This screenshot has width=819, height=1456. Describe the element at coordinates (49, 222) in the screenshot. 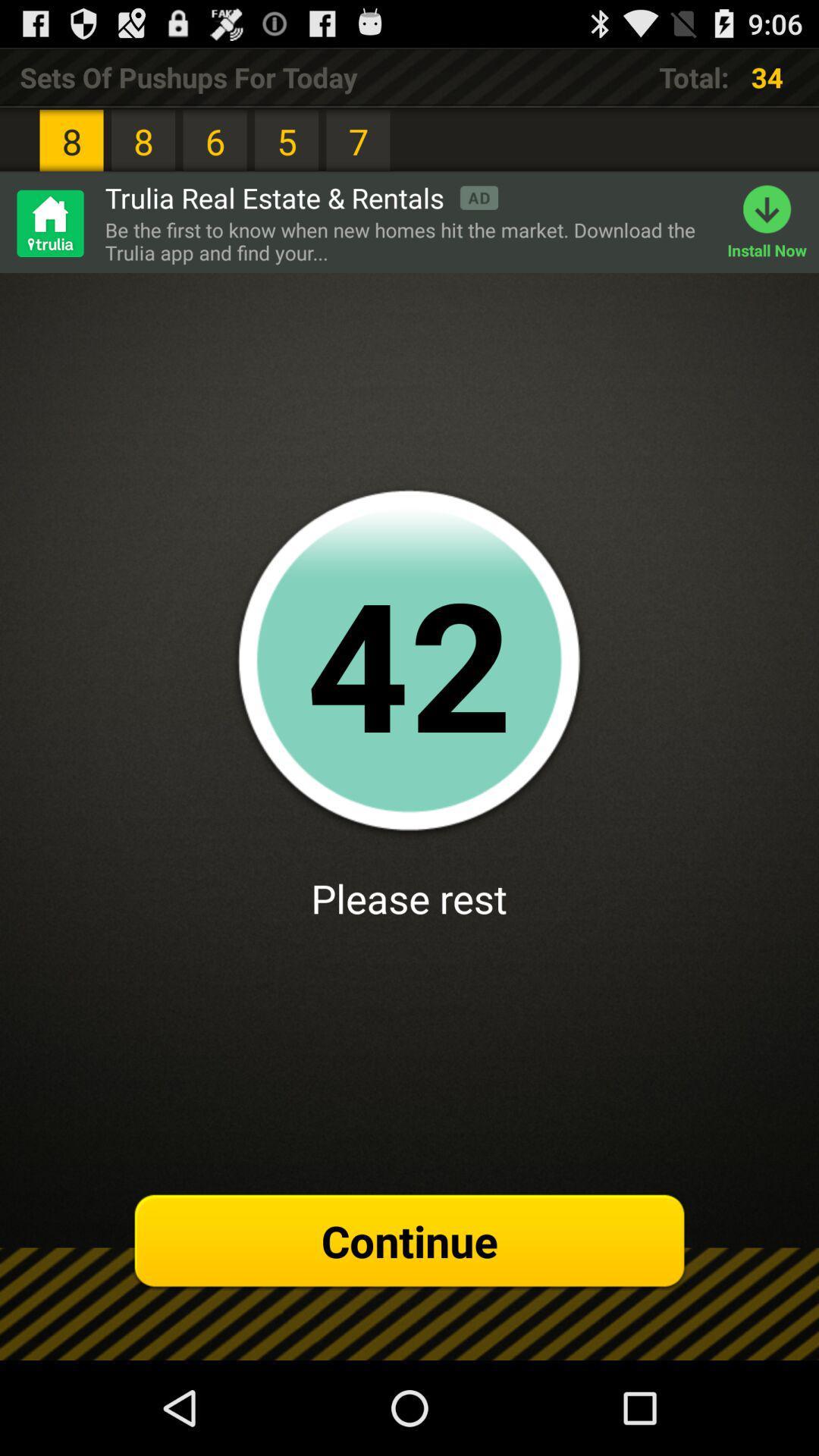

I see `icon next to trulia real estate` at that location.